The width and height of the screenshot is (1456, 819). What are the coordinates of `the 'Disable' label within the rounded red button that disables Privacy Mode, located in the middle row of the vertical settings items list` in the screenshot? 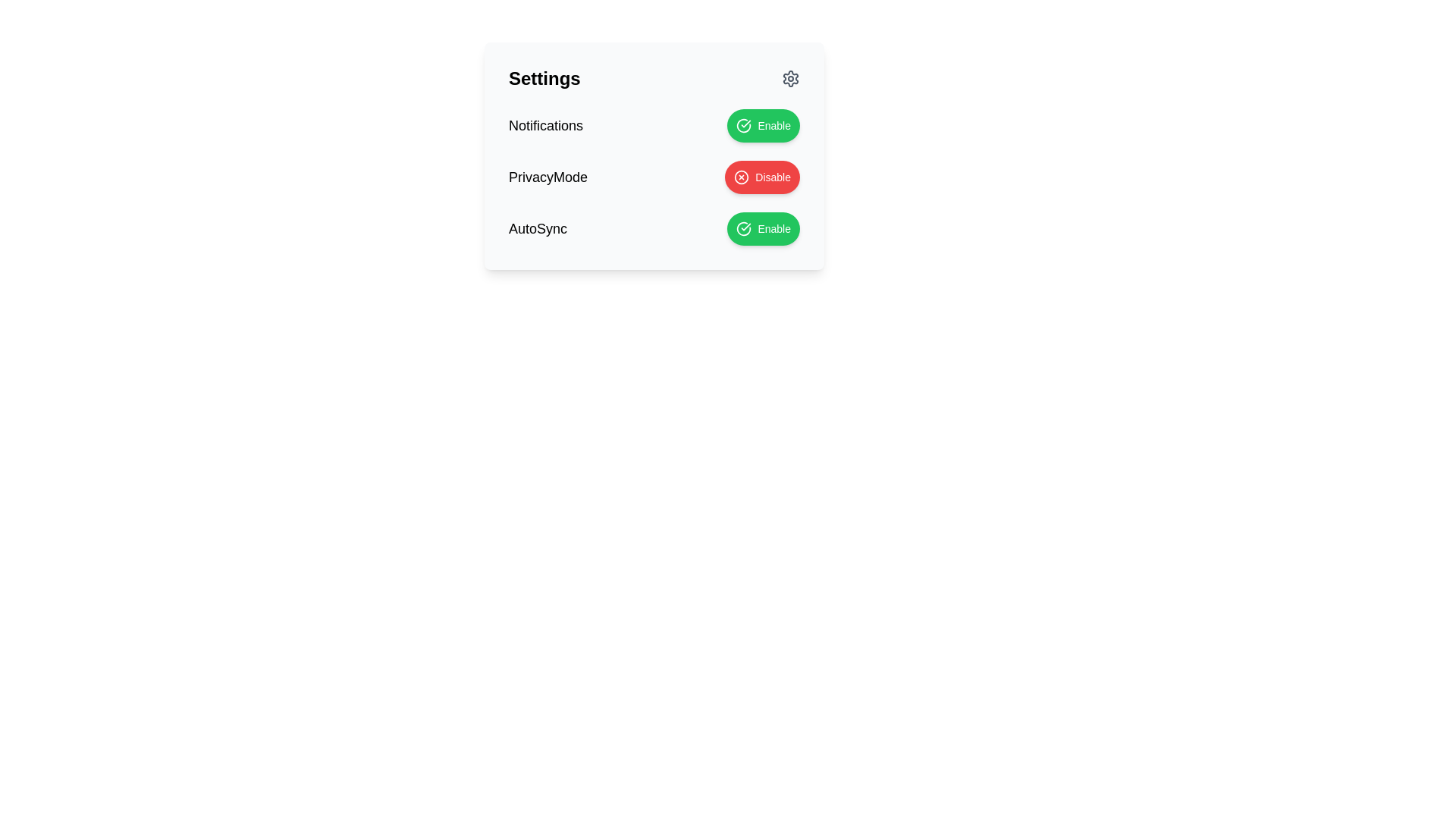 It's located at (772, 177).